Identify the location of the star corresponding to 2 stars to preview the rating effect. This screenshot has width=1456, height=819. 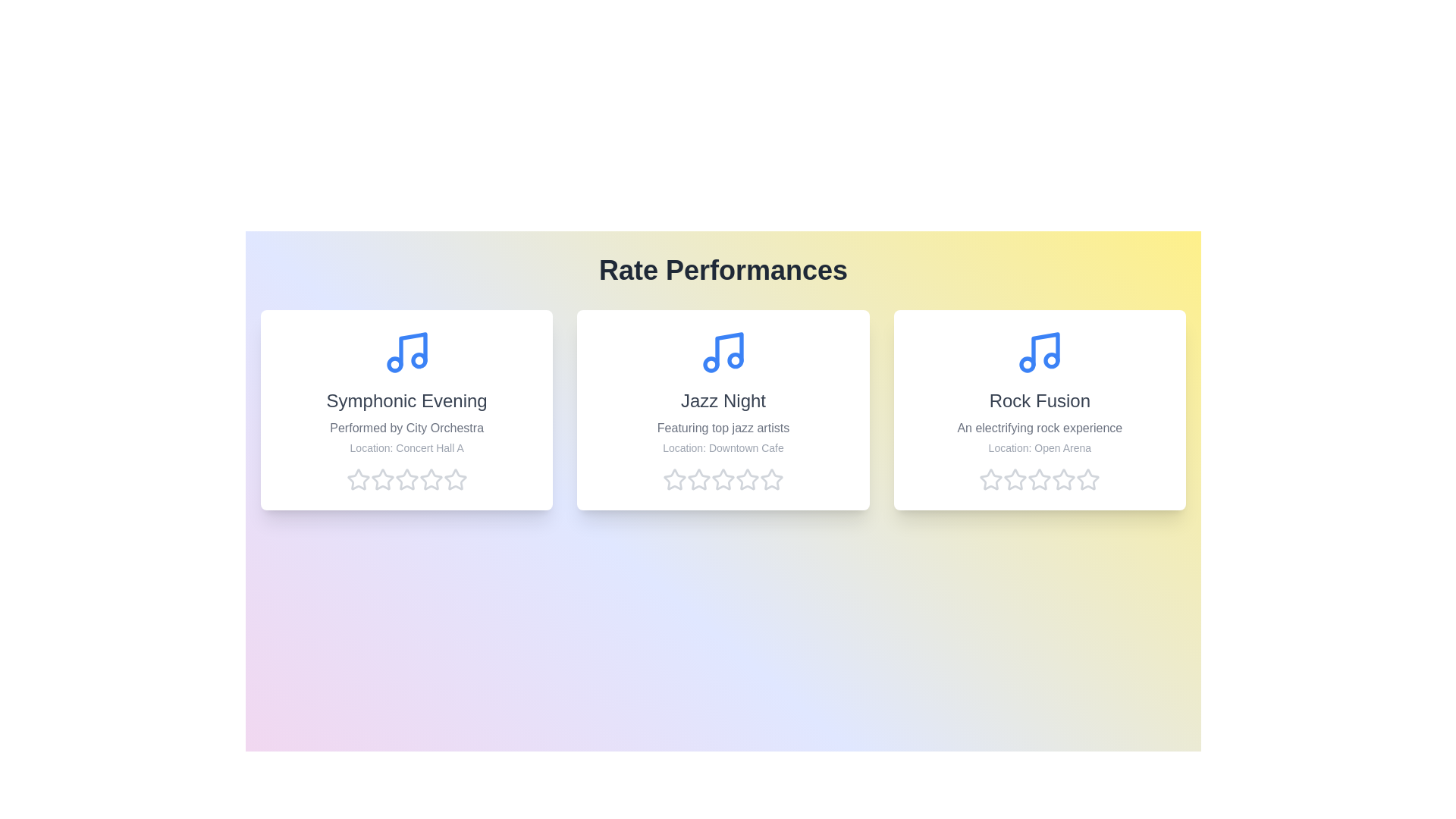
(382, 479).